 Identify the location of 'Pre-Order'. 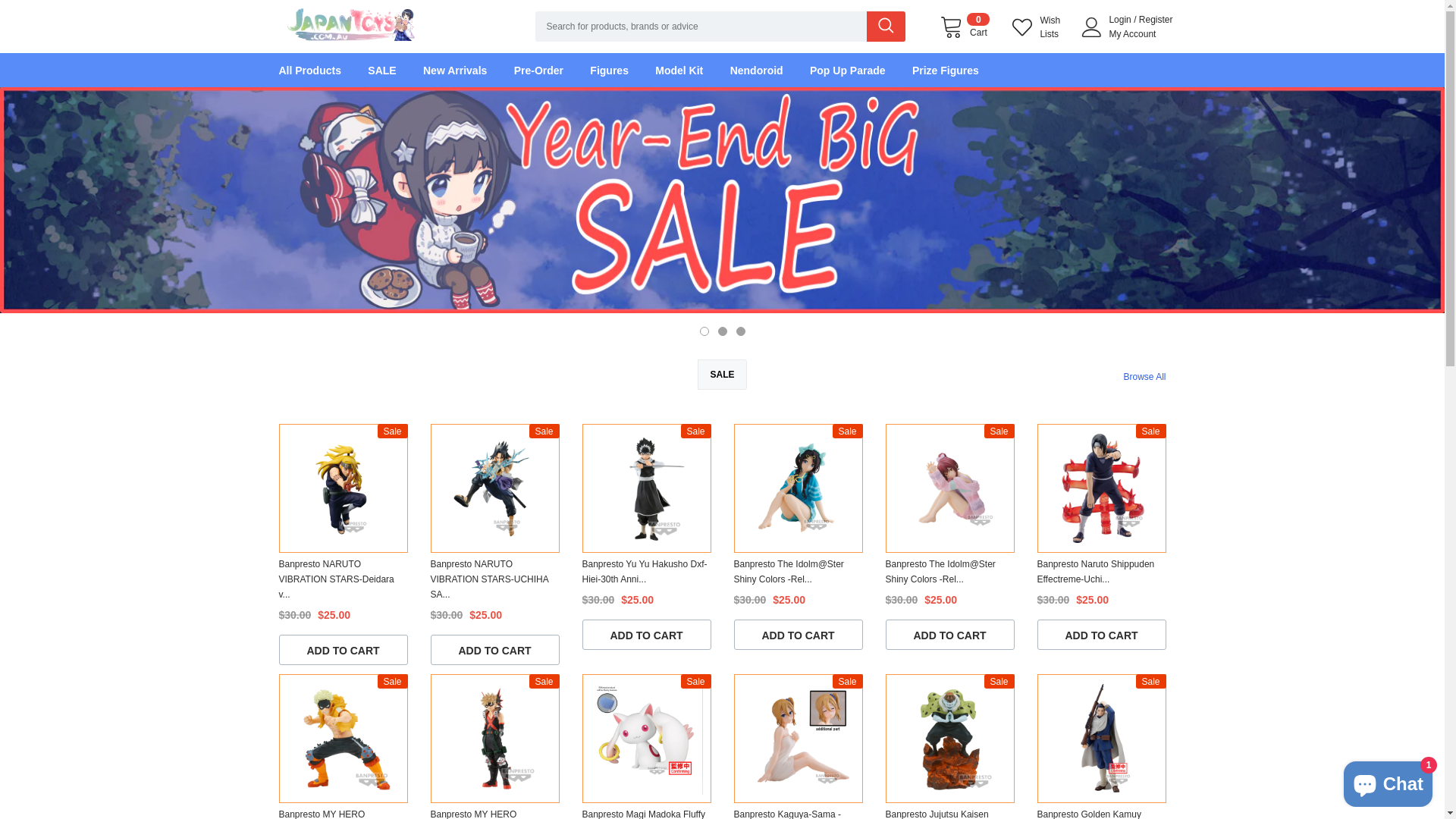
(550, 70).